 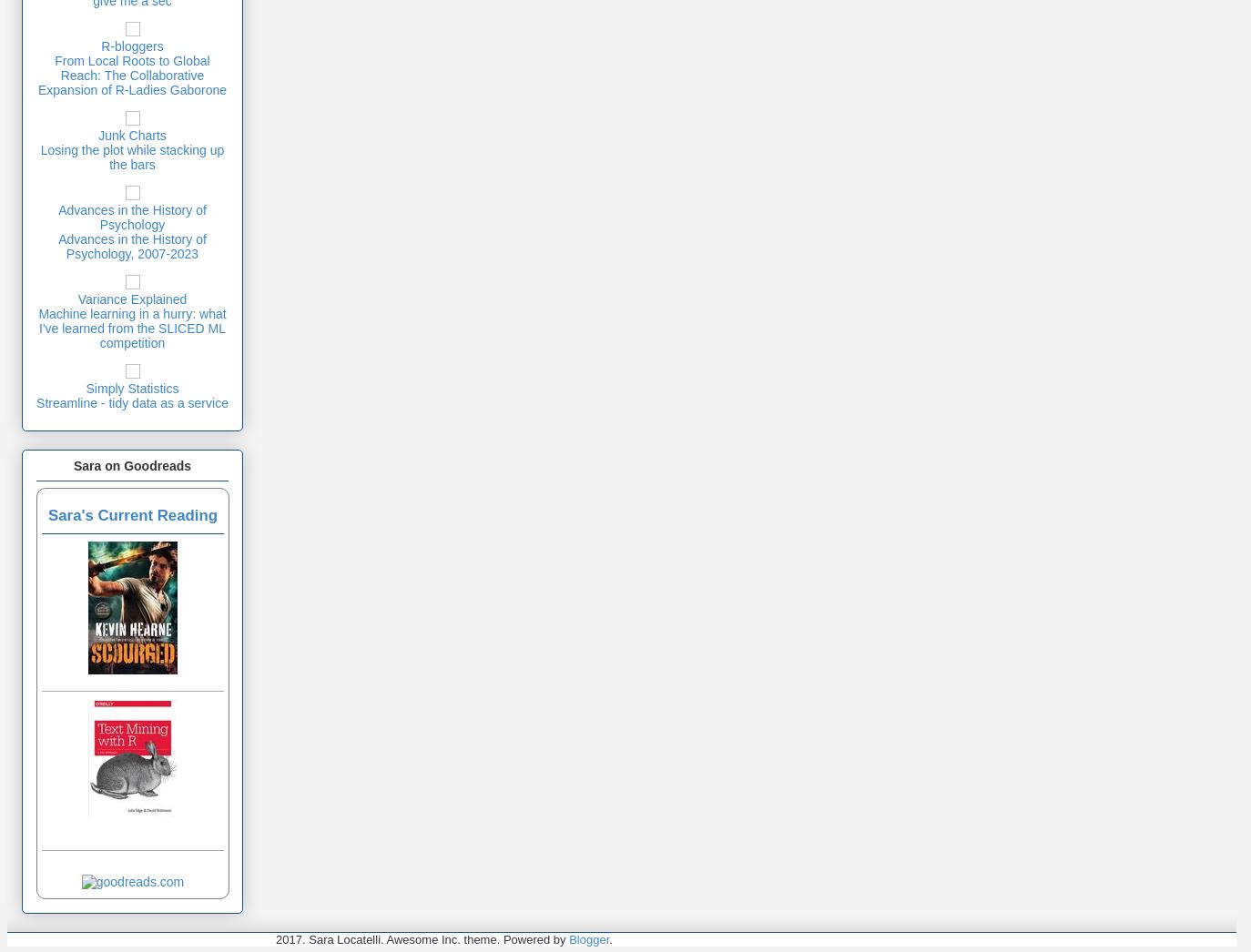 What do you see at coordinates (130, 464) in the screenshot?
I see `'Sara on Goodreads'` at bounding box center [130, 464].